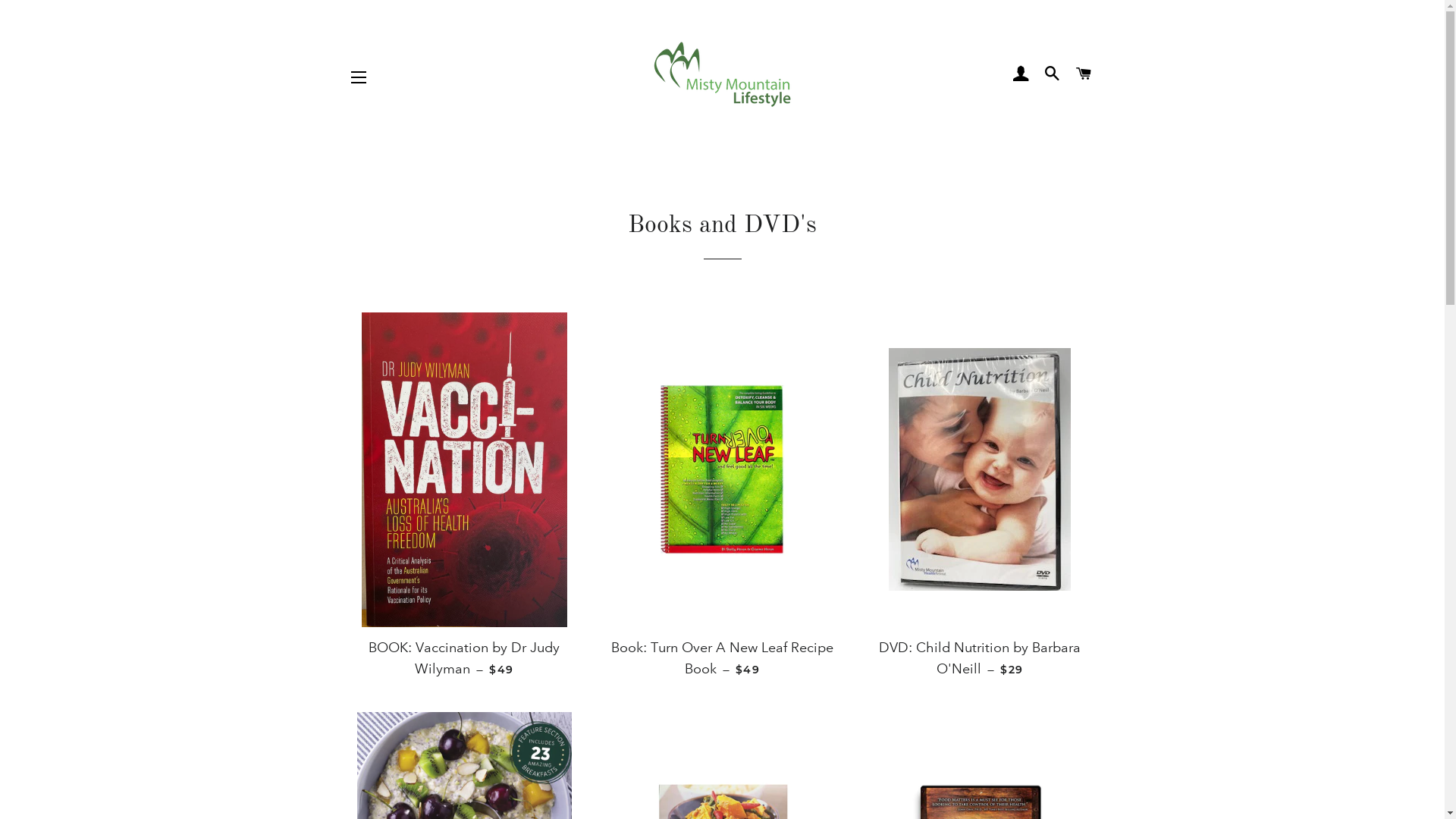 The width and height of the screenshot is (1456, 819). I want to click on 'SITE NAVIGATION', so click(358, 77).